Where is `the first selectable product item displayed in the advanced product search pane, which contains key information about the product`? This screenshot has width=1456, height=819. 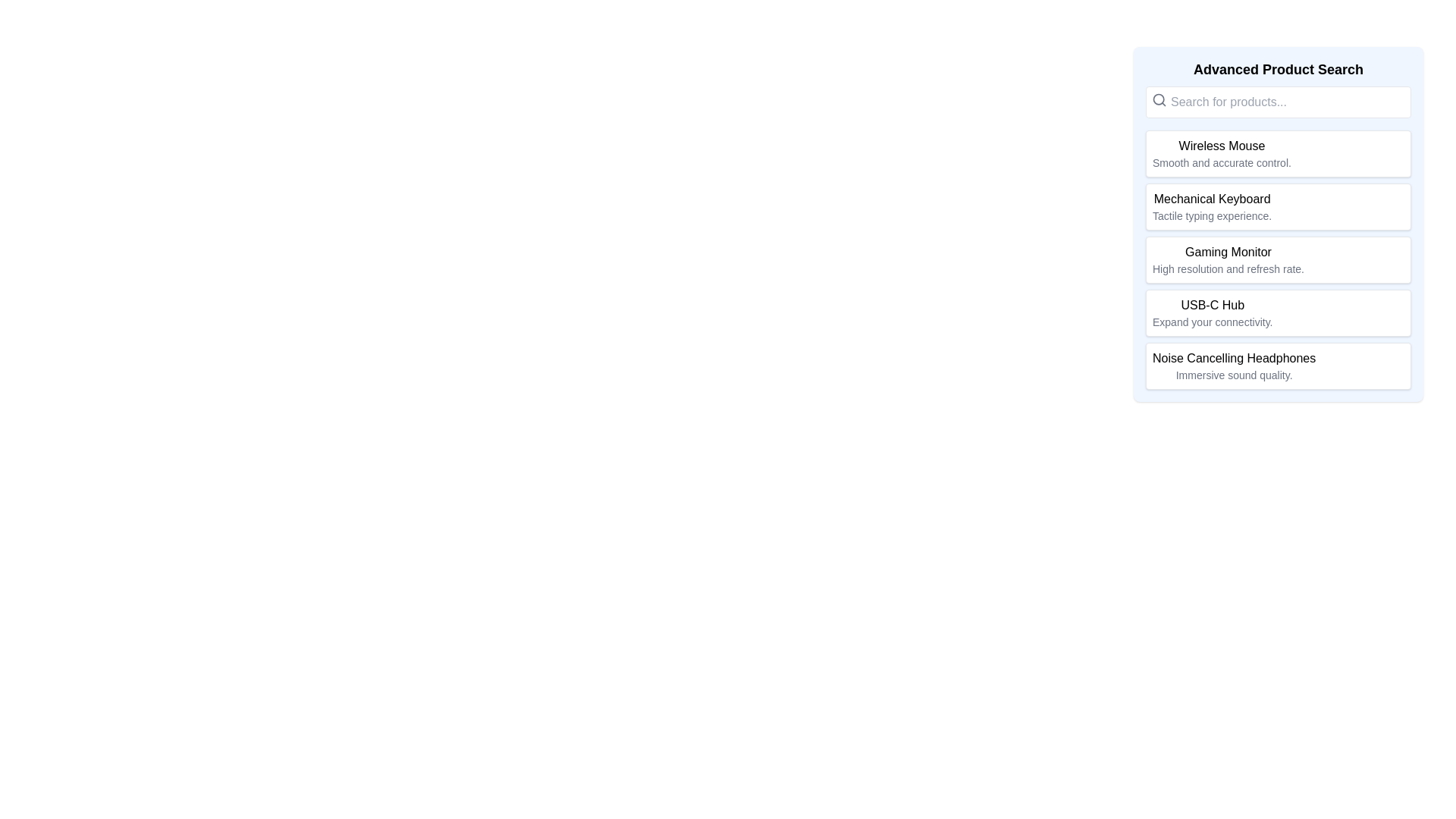 the first selectable product item displayed in the advanced product search pane, which contains key information about the product is located at coordinates (1277, 154).